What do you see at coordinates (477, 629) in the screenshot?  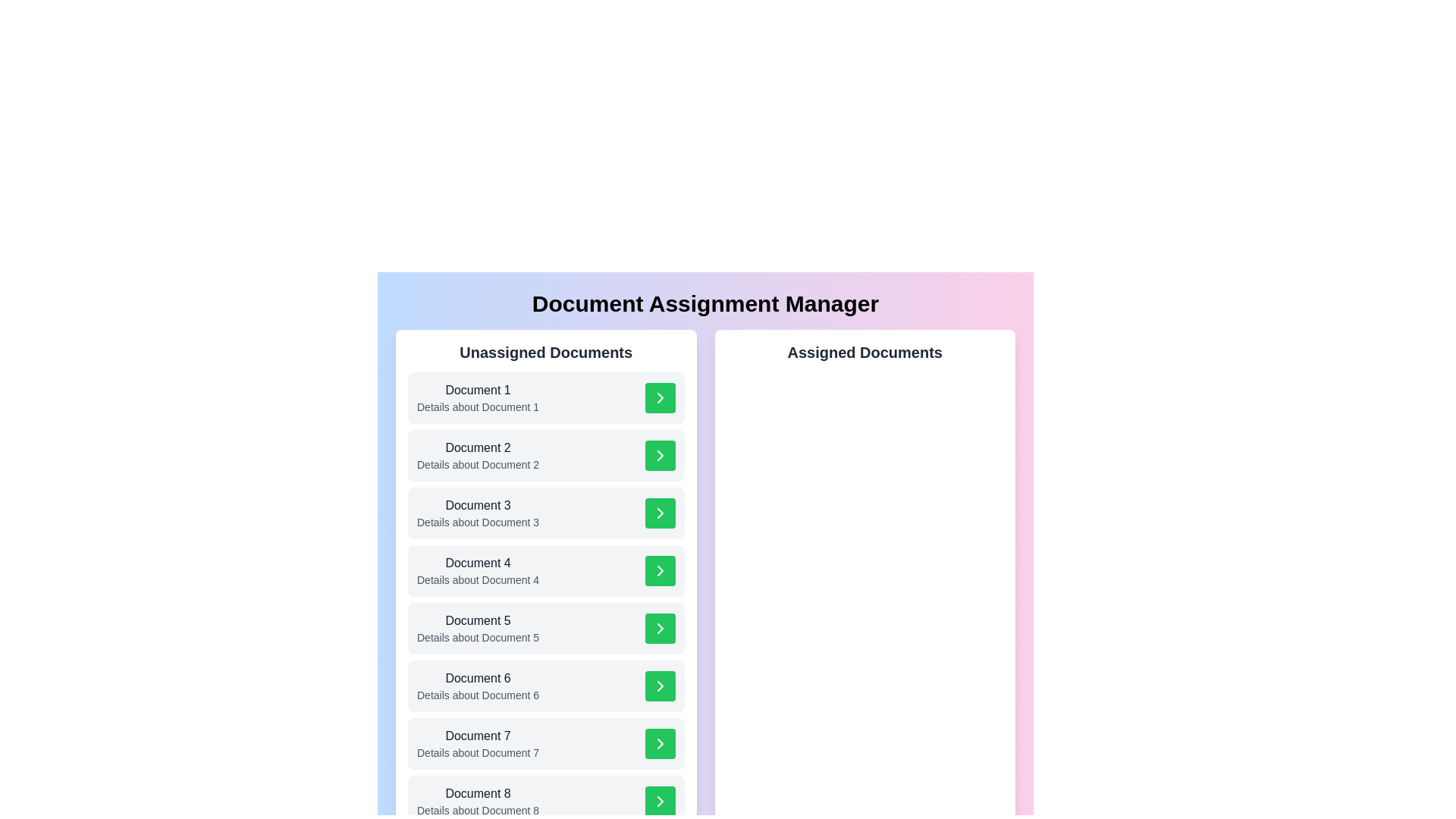 I see `the text component displaying 'Document 5' and 'Details about Document 5', which is the fifth item in the 'Unassigned Documents' section` at bounding box center [477, 629].